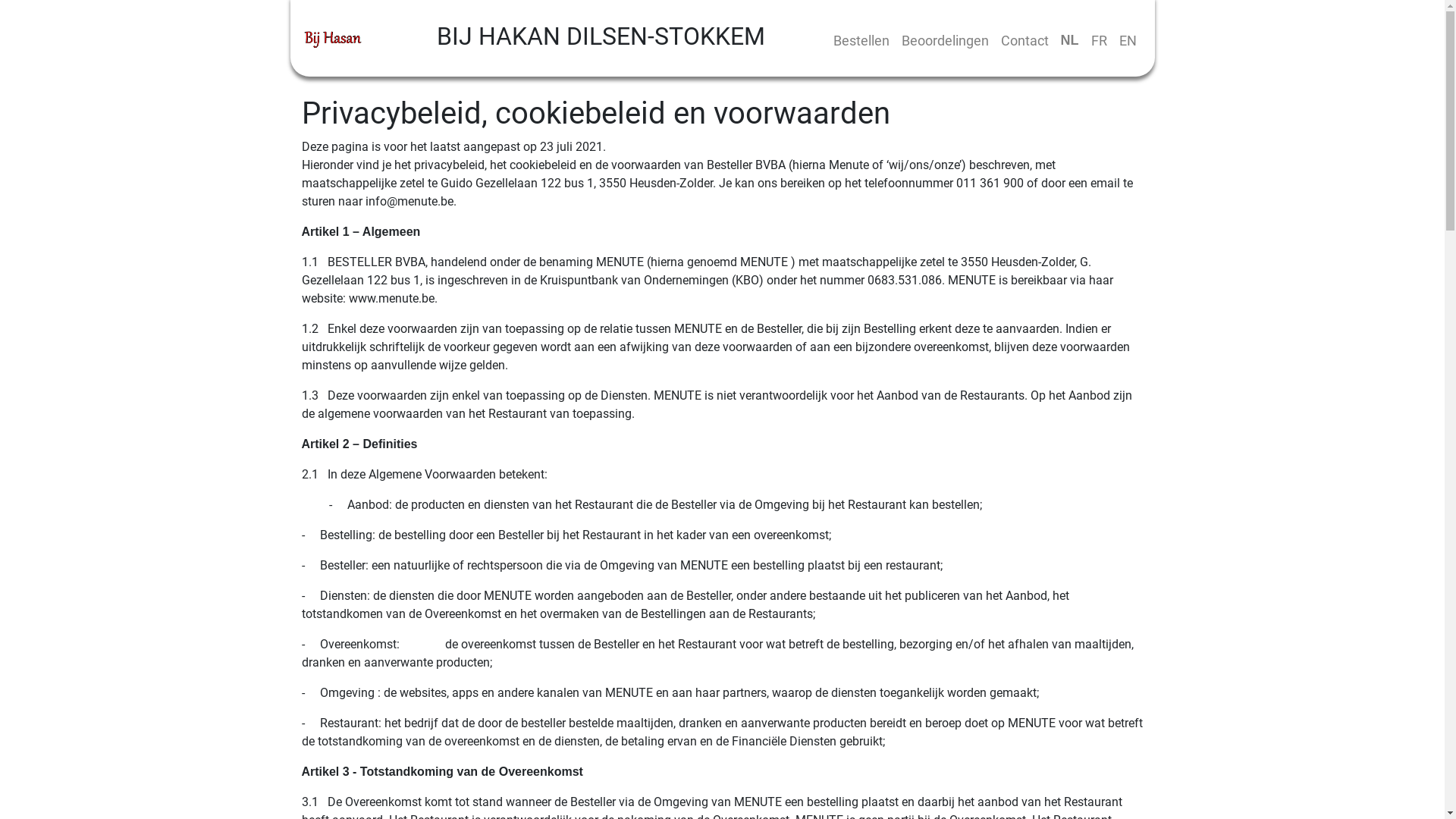 Image resolution: width=1456 pixels, height=819 pixels. I want to click on 'Contact', so click(1025, 39).